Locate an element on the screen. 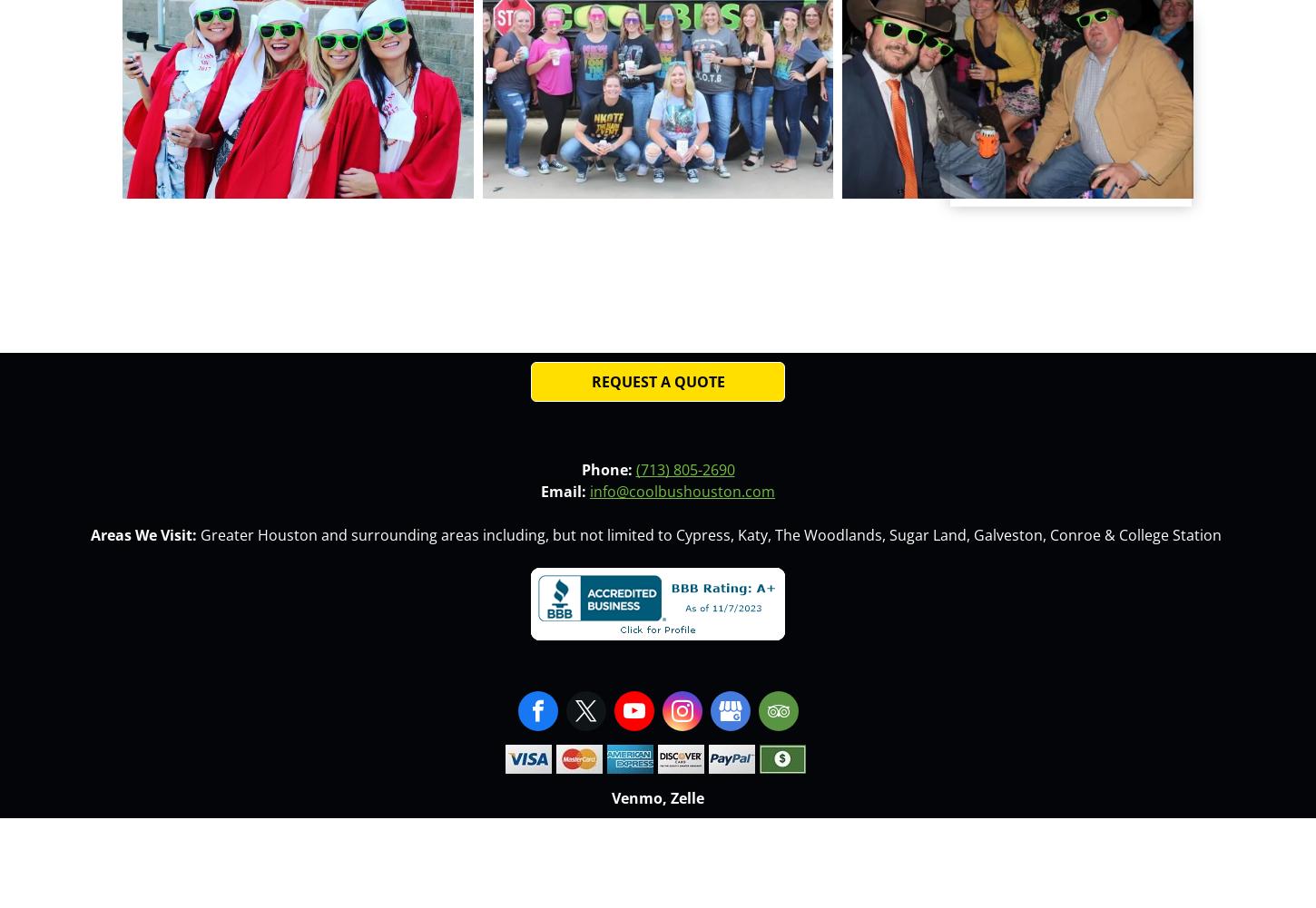 The height and width of the screenshot is (908, 1316). 'Email:' is located at coordinates (563, 490).